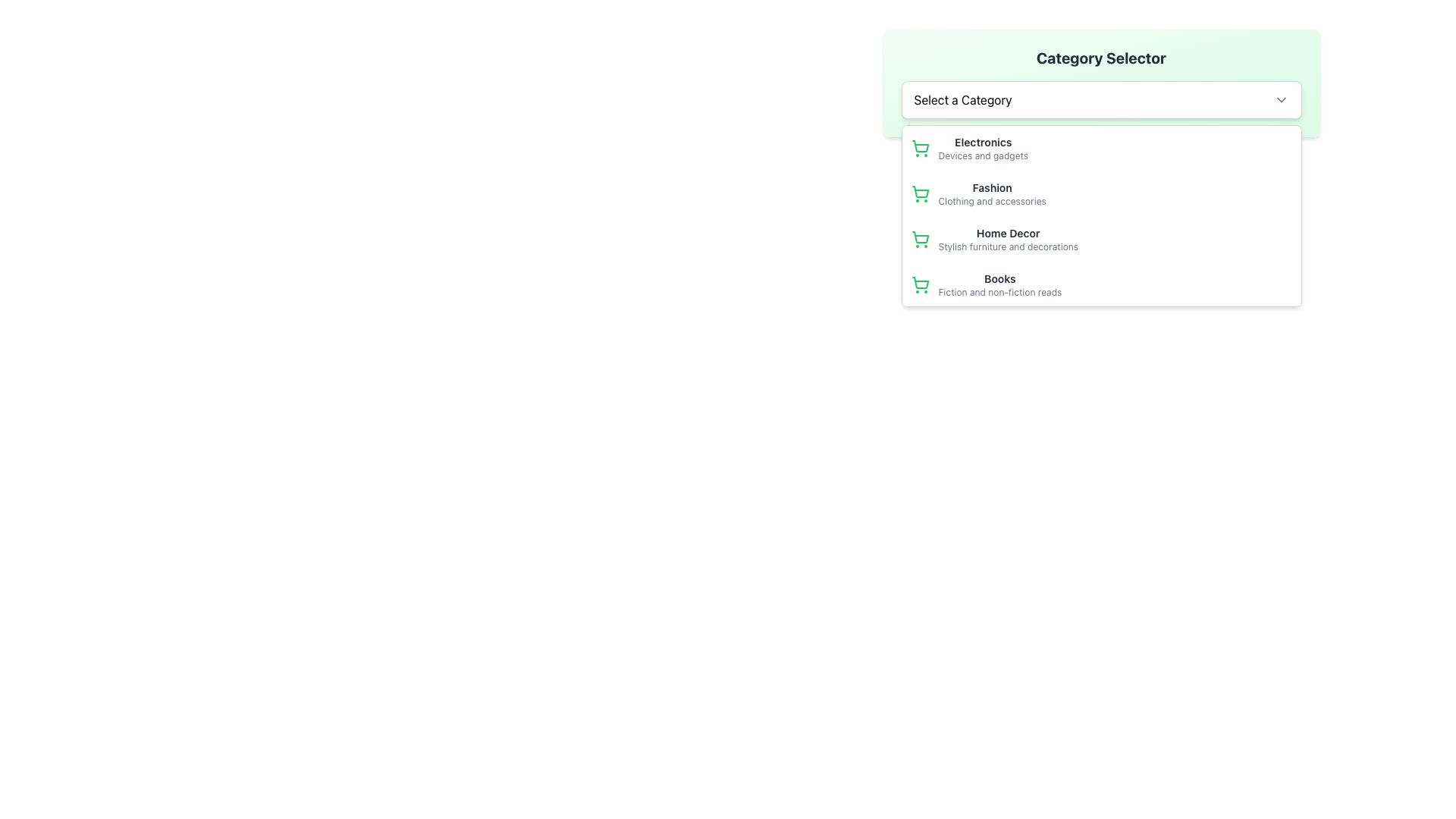 The image size is (1456, 819). Describe the element at coordinates (992, 193) in the screenshot. I see `the 'Fashion' category text label located in the dropdown menu titled 'Category Selector', which is the second option following 'Electronics'` at that location.